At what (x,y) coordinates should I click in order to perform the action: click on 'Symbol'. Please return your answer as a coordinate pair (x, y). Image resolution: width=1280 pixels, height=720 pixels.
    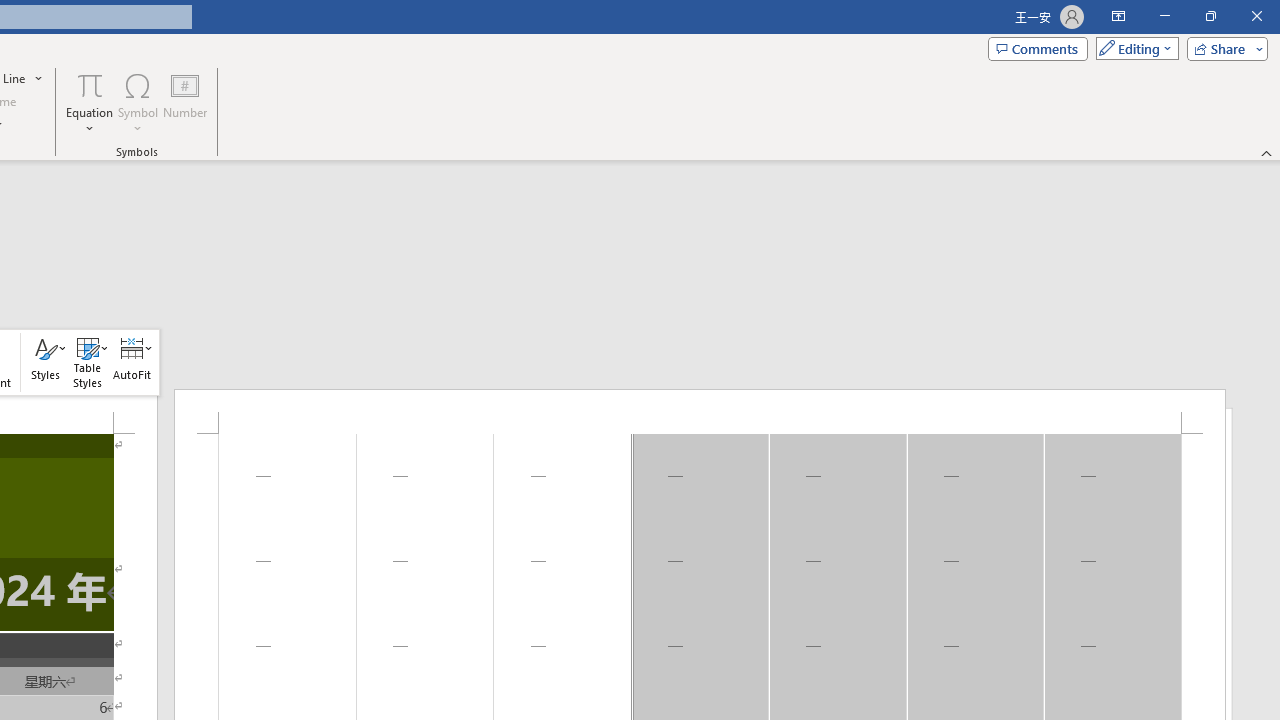
    Looking at the image, I should click on (137, 103).